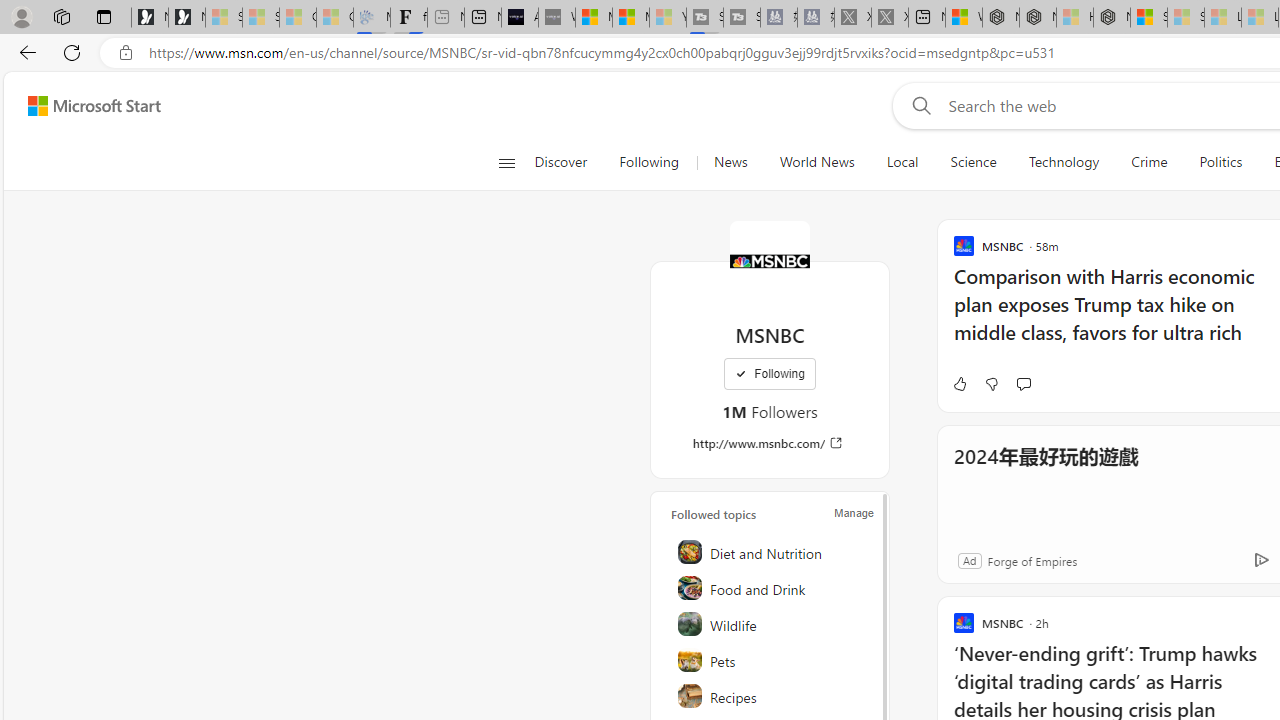 This screenshot has height=720, width=1280. I want to click on 'Local', so click(901, 162).